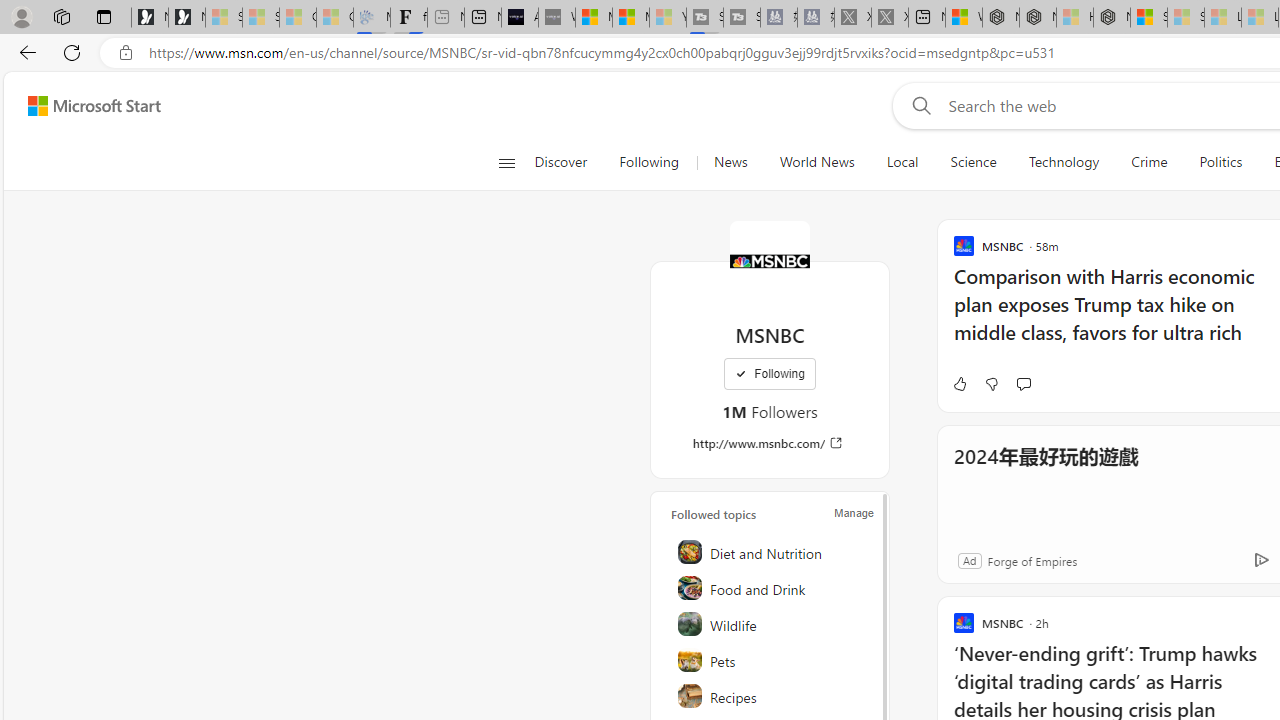 This screenshot has height=720, width=1280. I want to click on 'Local', so click(901, 162).